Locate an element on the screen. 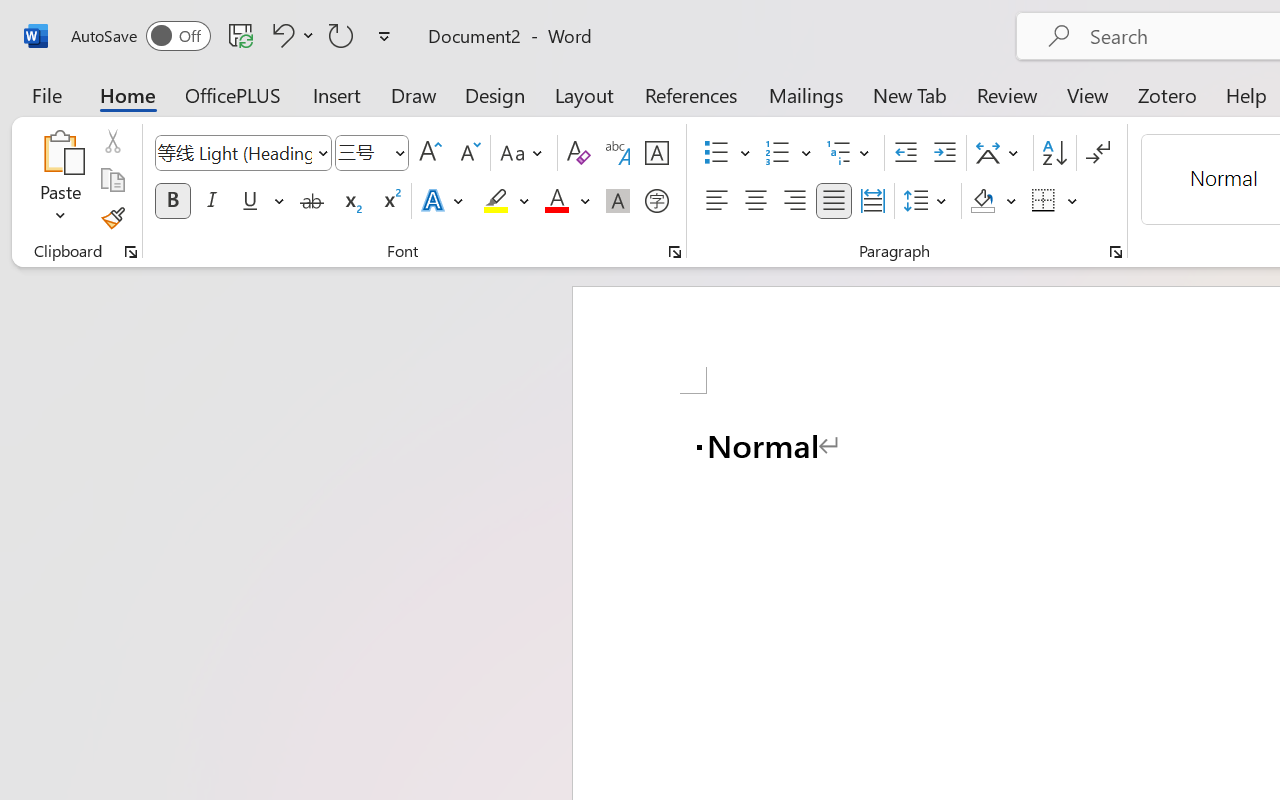 This screenshot has height=800, width=1280. 'Center' is located at coordinates (755, 201).